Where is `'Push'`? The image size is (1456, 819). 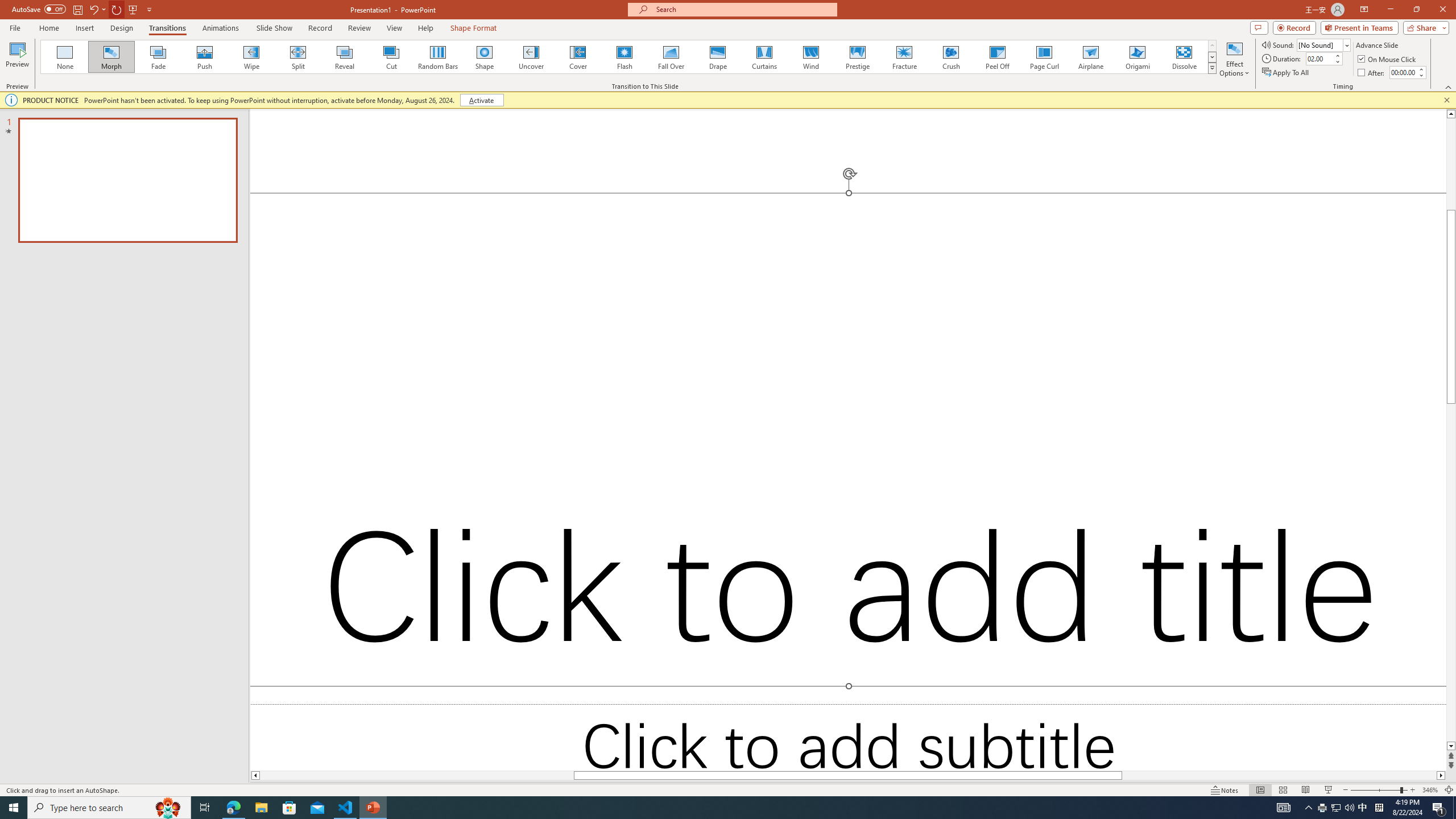 'Push' is located at coordinates (204, 56).